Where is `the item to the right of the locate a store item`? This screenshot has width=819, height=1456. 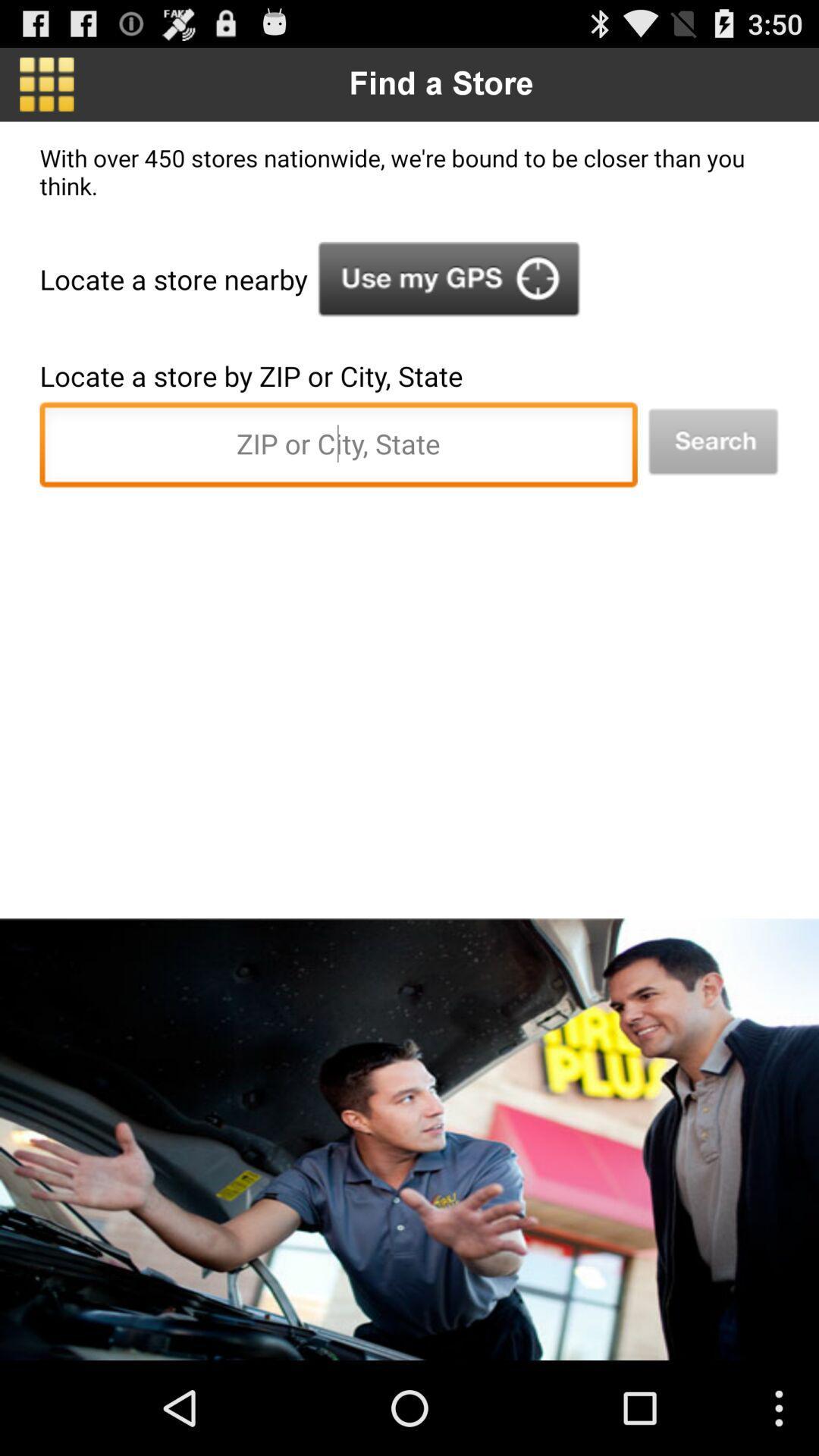
the item to the right of the locate a store item is located at coordinates (448, 279).